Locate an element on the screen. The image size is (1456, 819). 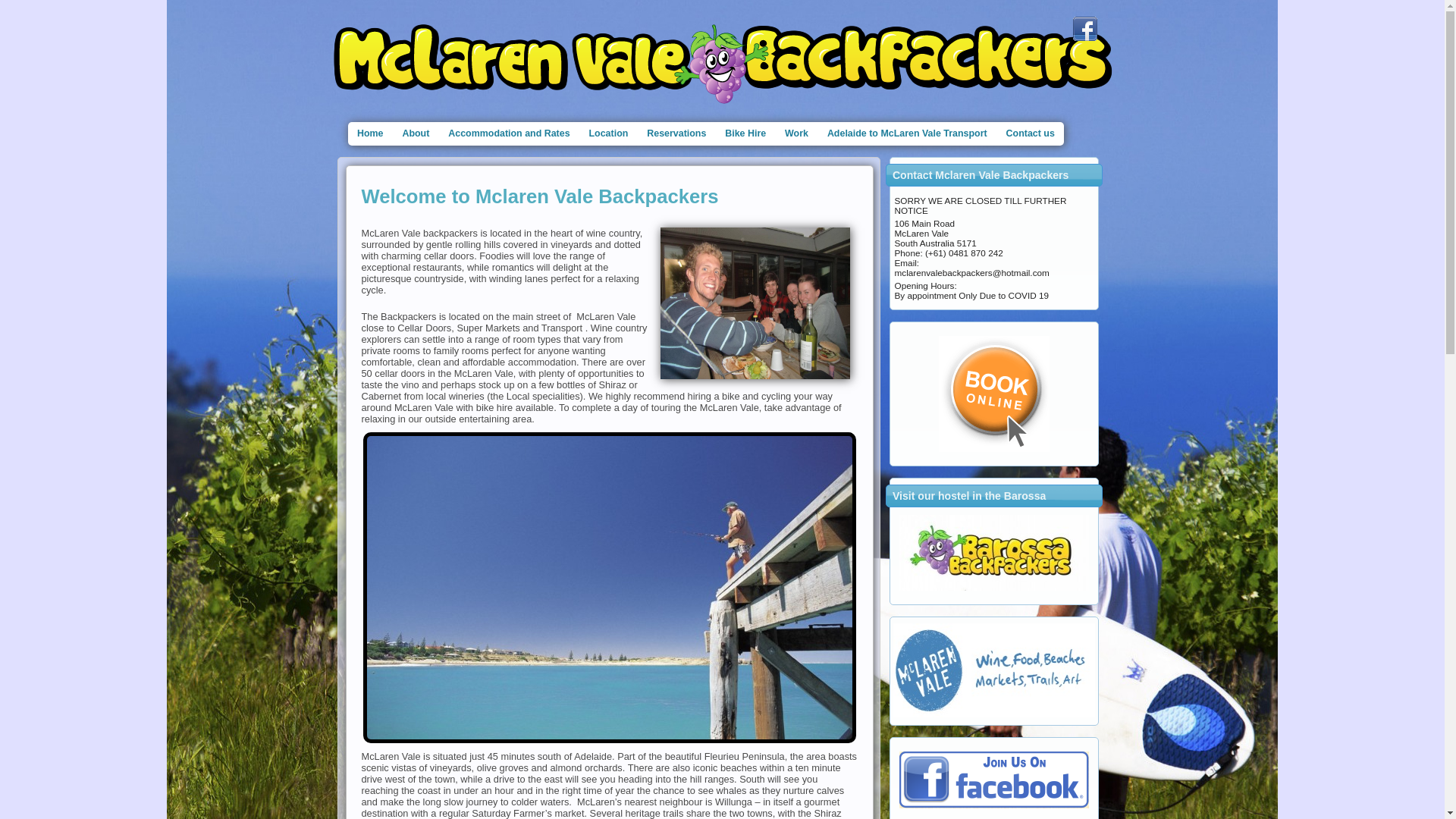
'Location' is located at coordinates (608, 133).